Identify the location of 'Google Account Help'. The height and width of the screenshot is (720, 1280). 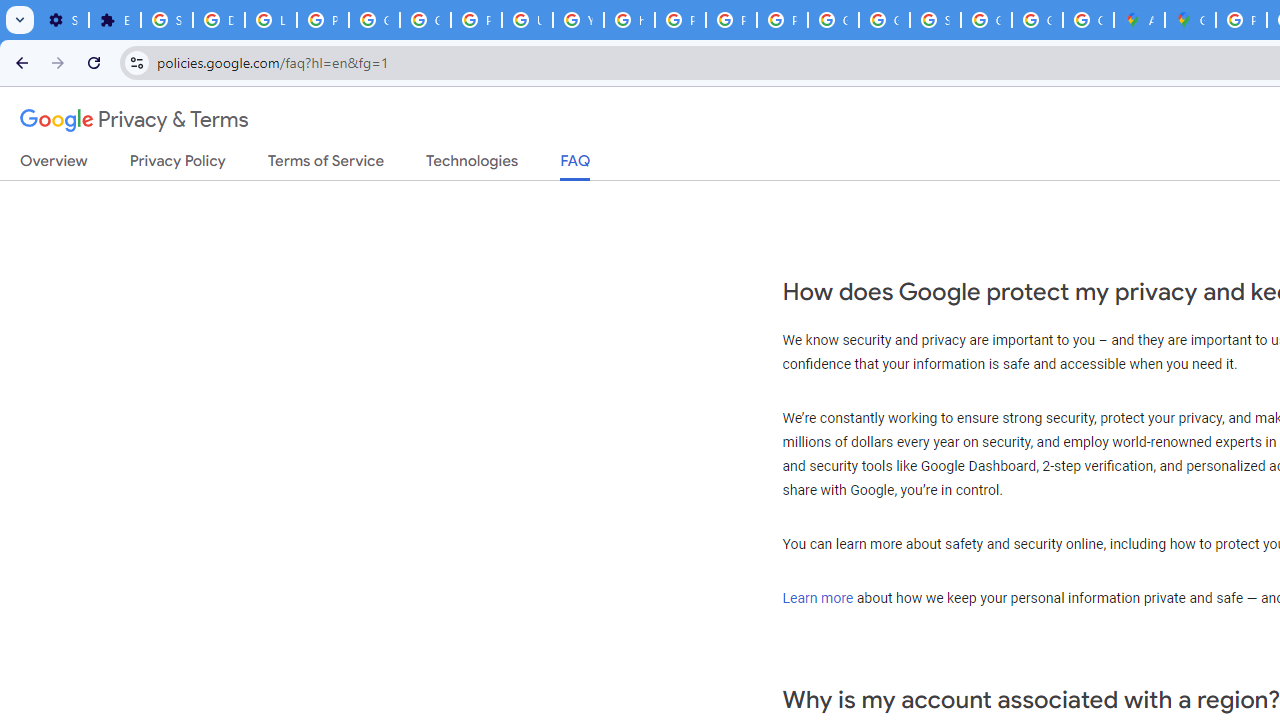
(375, 20).